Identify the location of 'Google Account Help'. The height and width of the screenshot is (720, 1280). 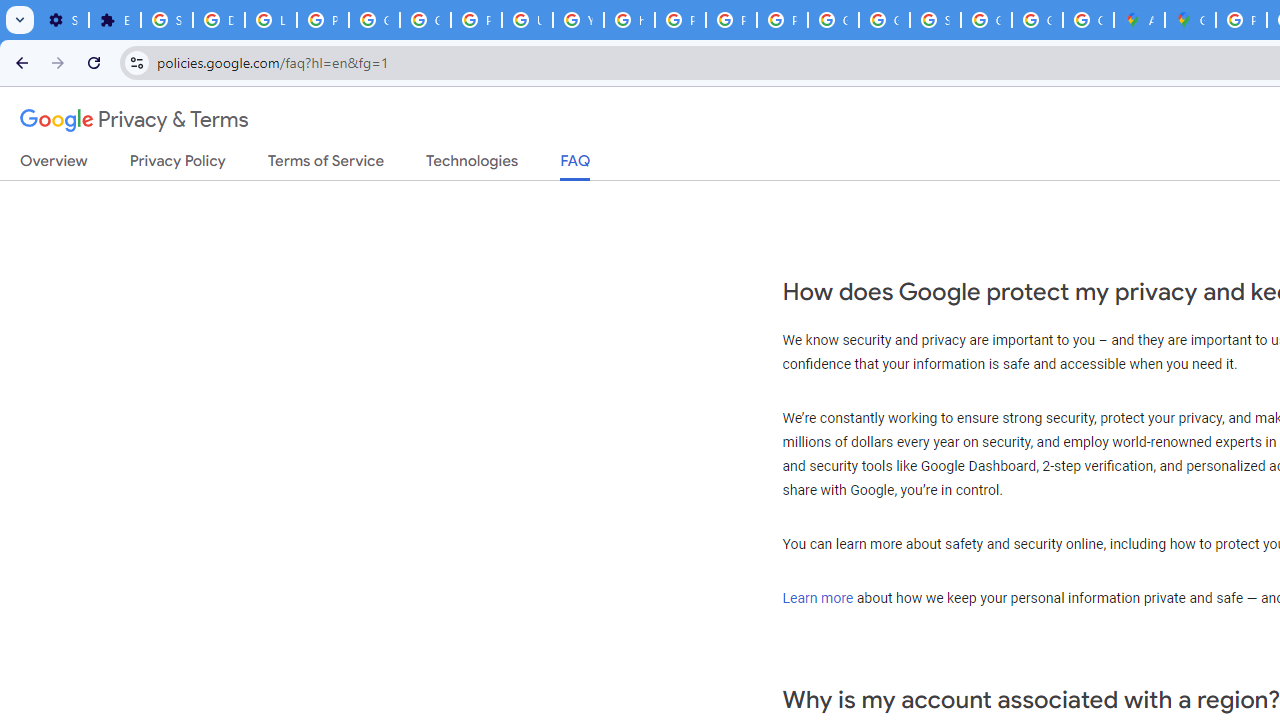
(375, 20).